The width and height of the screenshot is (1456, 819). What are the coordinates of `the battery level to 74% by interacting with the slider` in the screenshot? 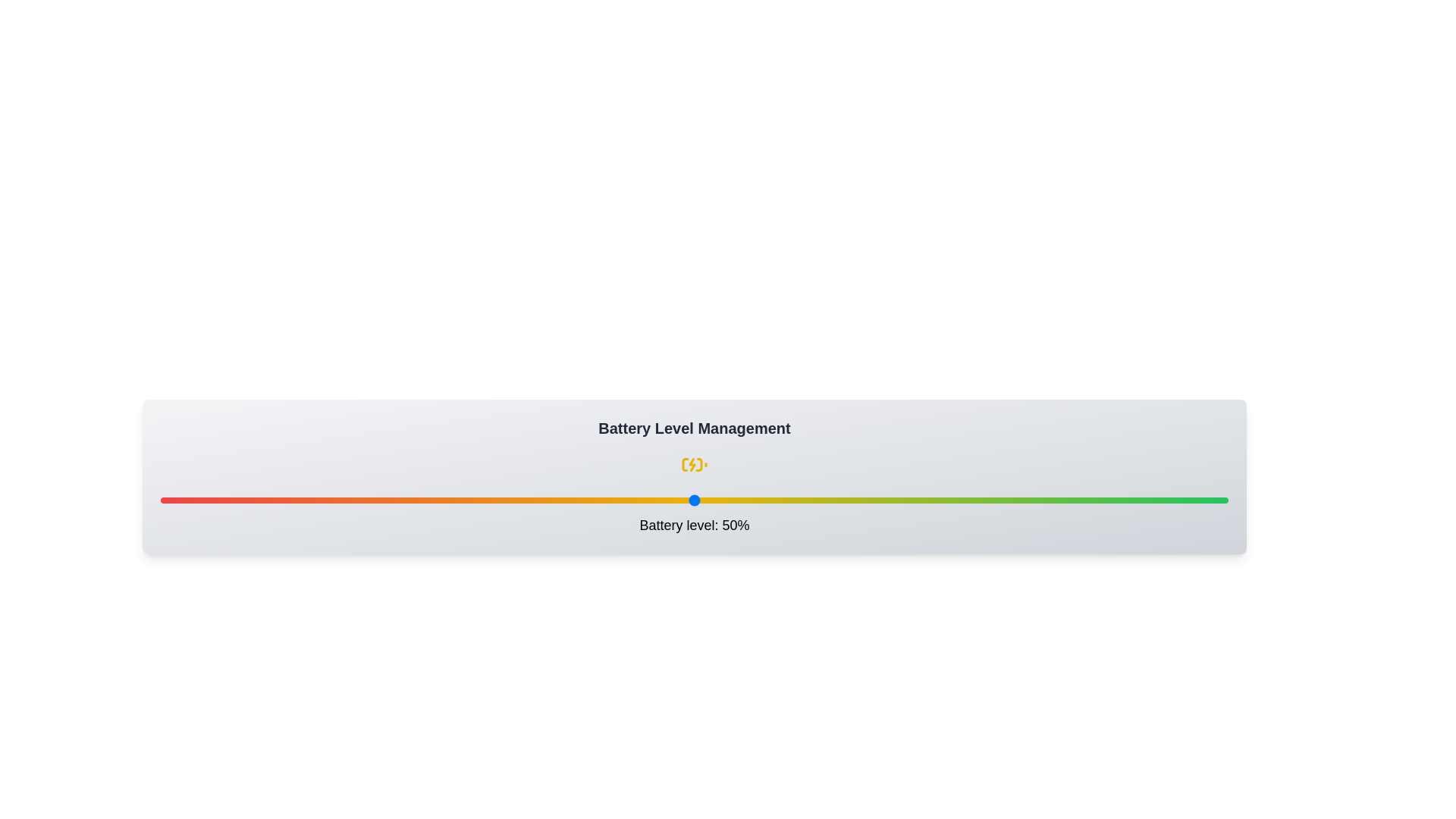 It's located at (949, 500).